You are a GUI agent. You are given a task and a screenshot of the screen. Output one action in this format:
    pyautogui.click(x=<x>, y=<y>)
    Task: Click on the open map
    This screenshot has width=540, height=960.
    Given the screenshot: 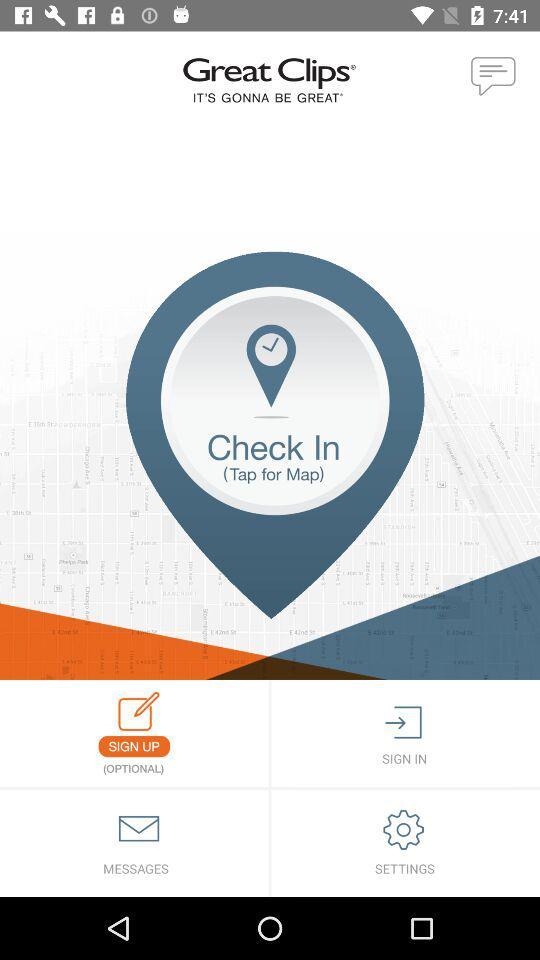 What is the action you would take?
    pyautogui.click(x=270, y=465)
    